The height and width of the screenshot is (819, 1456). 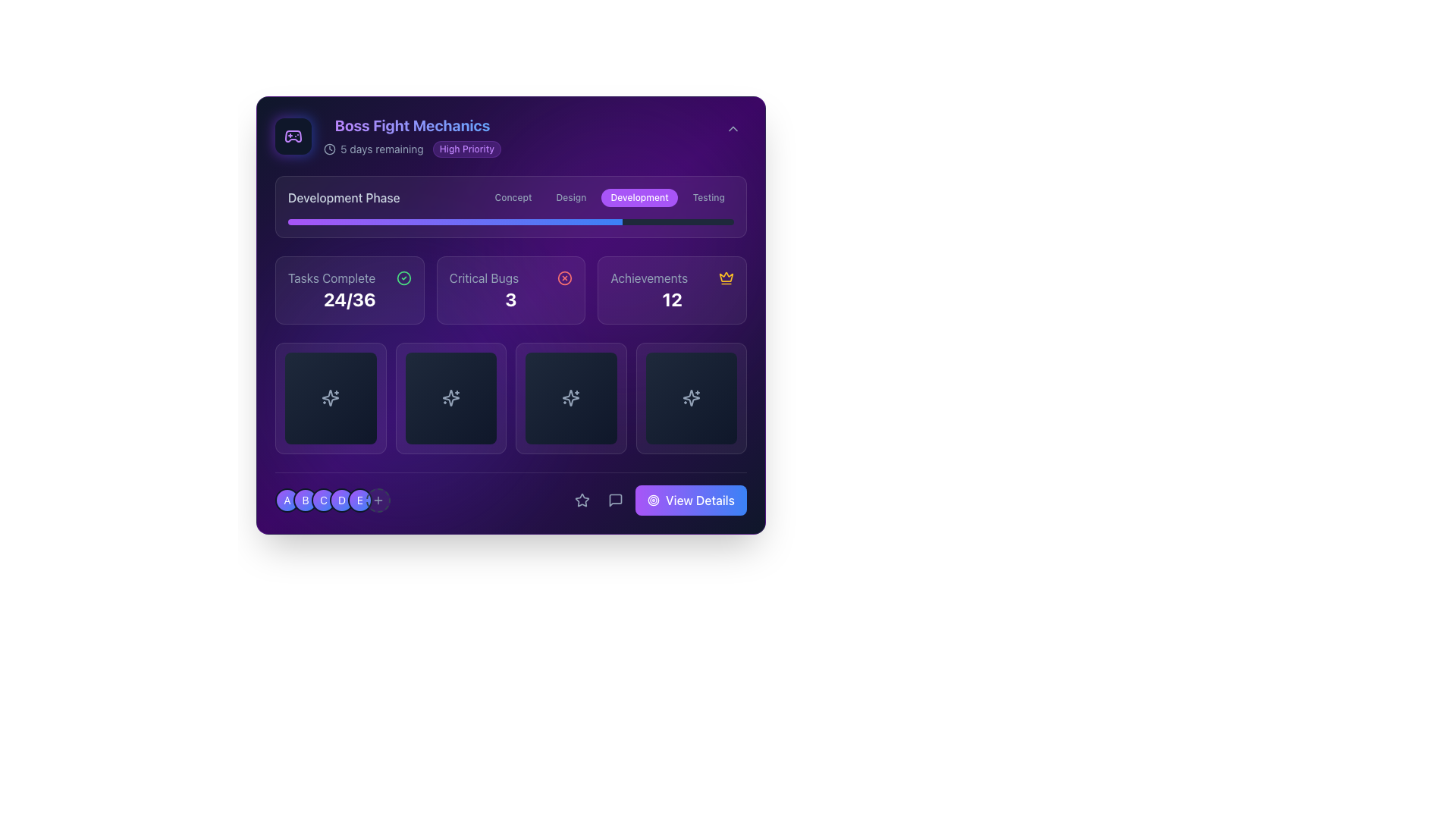 I want to click on the 'Testing' button located in the top-right section of the interface, so click(x=708, y=197).